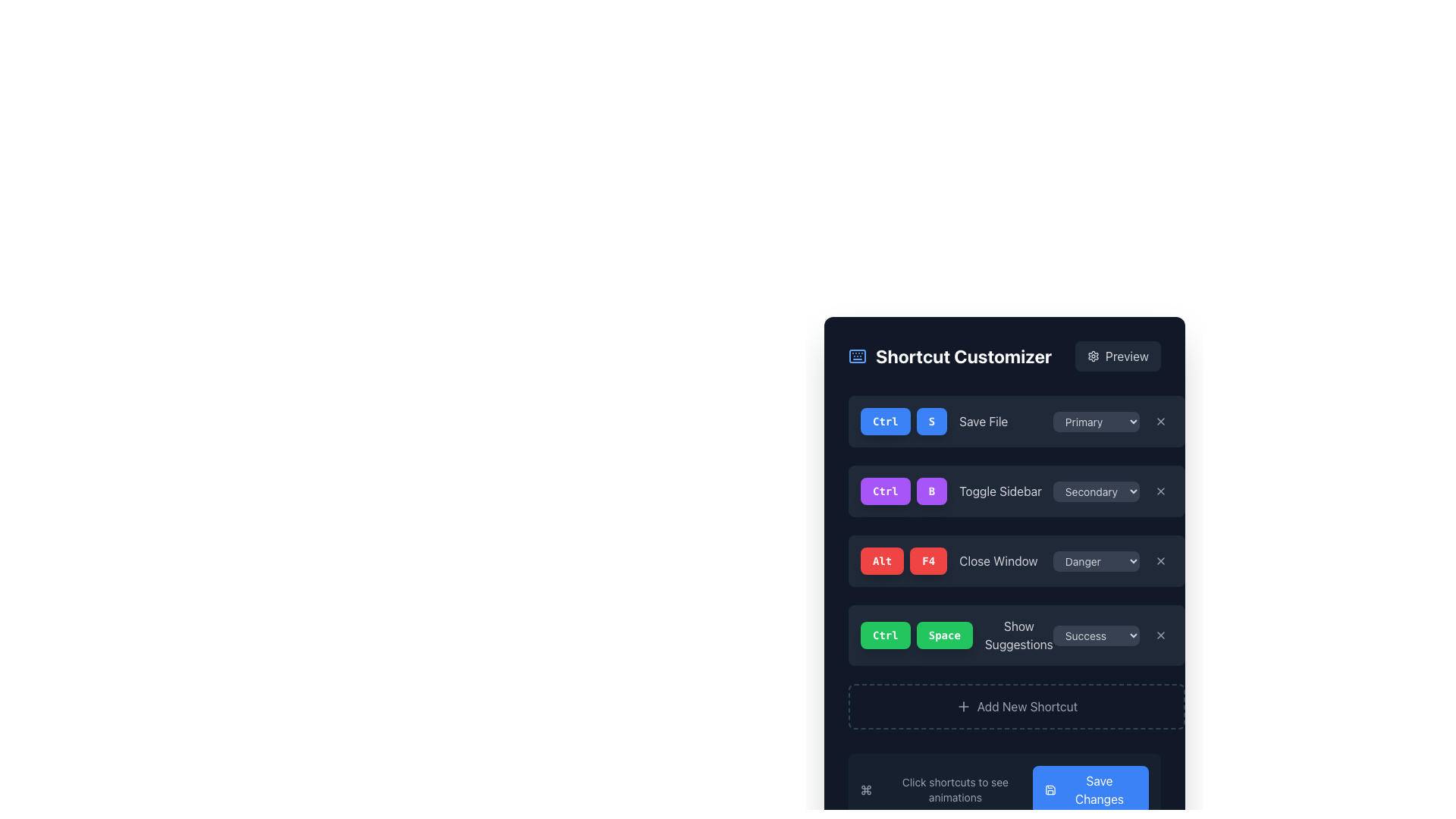 This screenshot has height=819, width=1456. What do you see at coordinates (1096, 635) in the screenshot?
I see `the dropdown menu trigger button labeled 'Success', which is positioned second` at bounding box center [1096, 635].